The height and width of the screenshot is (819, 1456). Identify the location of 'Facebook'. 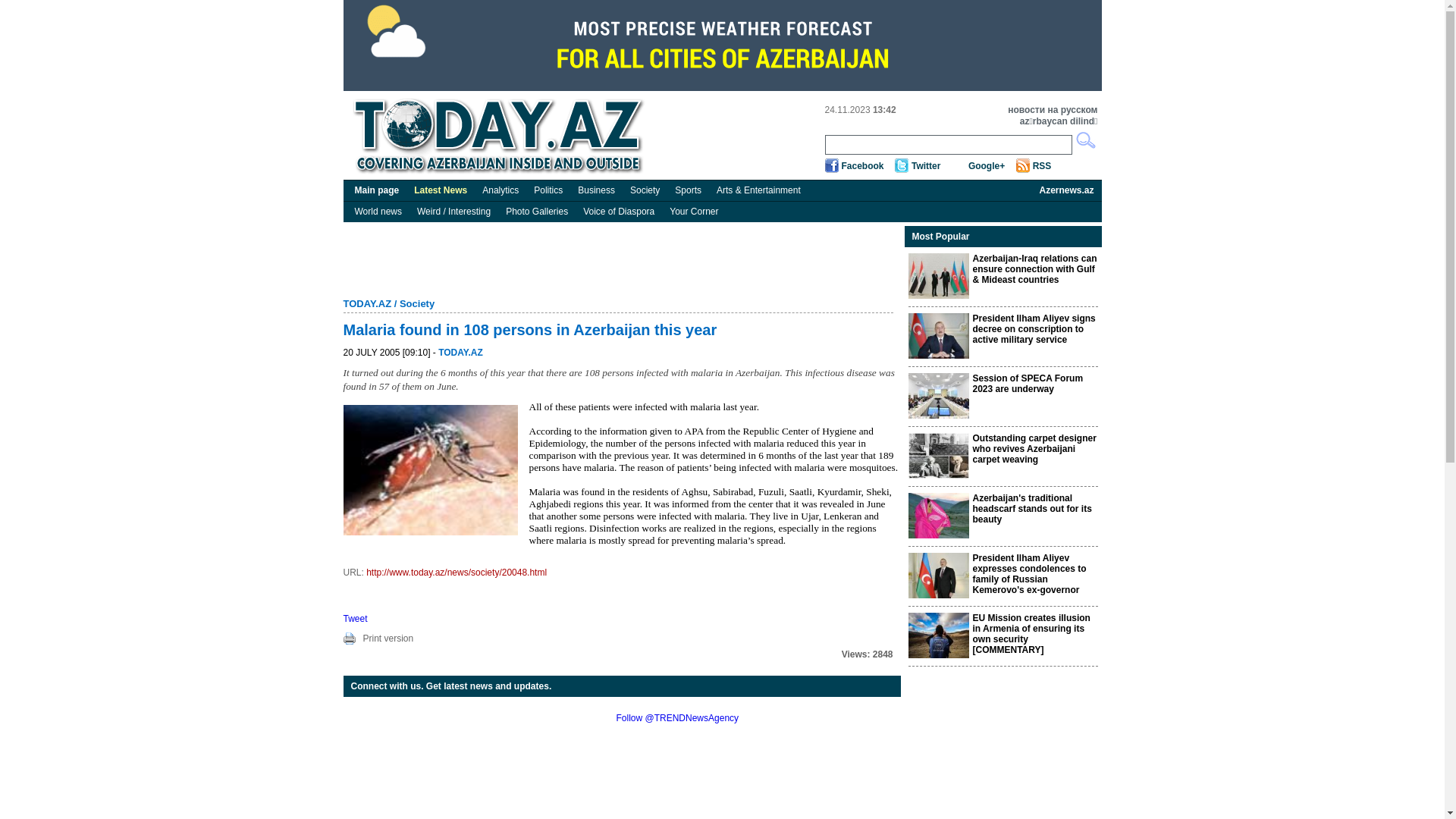
(862, 166).